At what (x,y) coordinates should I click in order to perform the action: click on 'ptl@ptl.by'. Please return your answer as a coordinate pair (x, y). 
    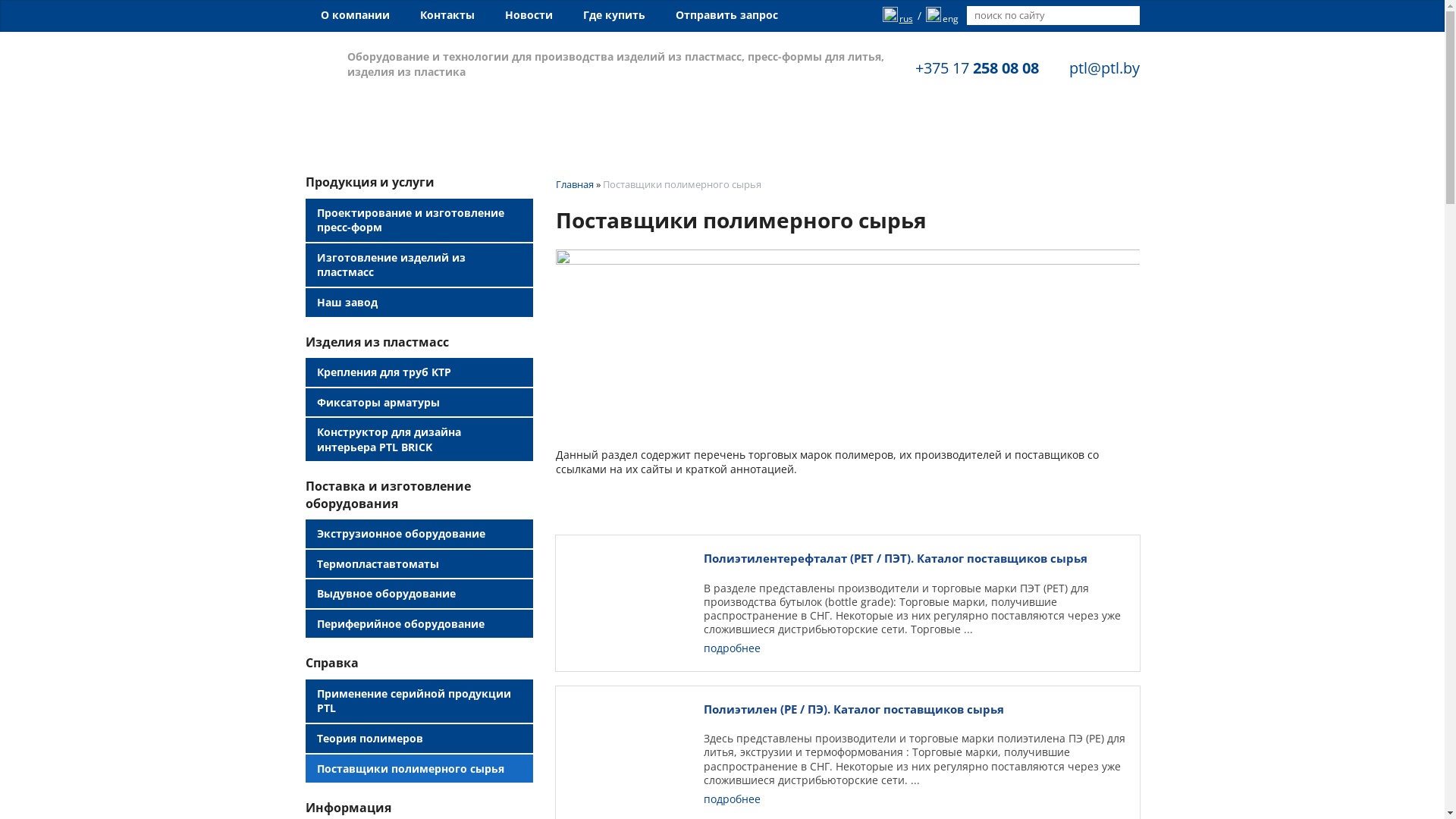
    Looking at the image, I should click on (1104, 67).